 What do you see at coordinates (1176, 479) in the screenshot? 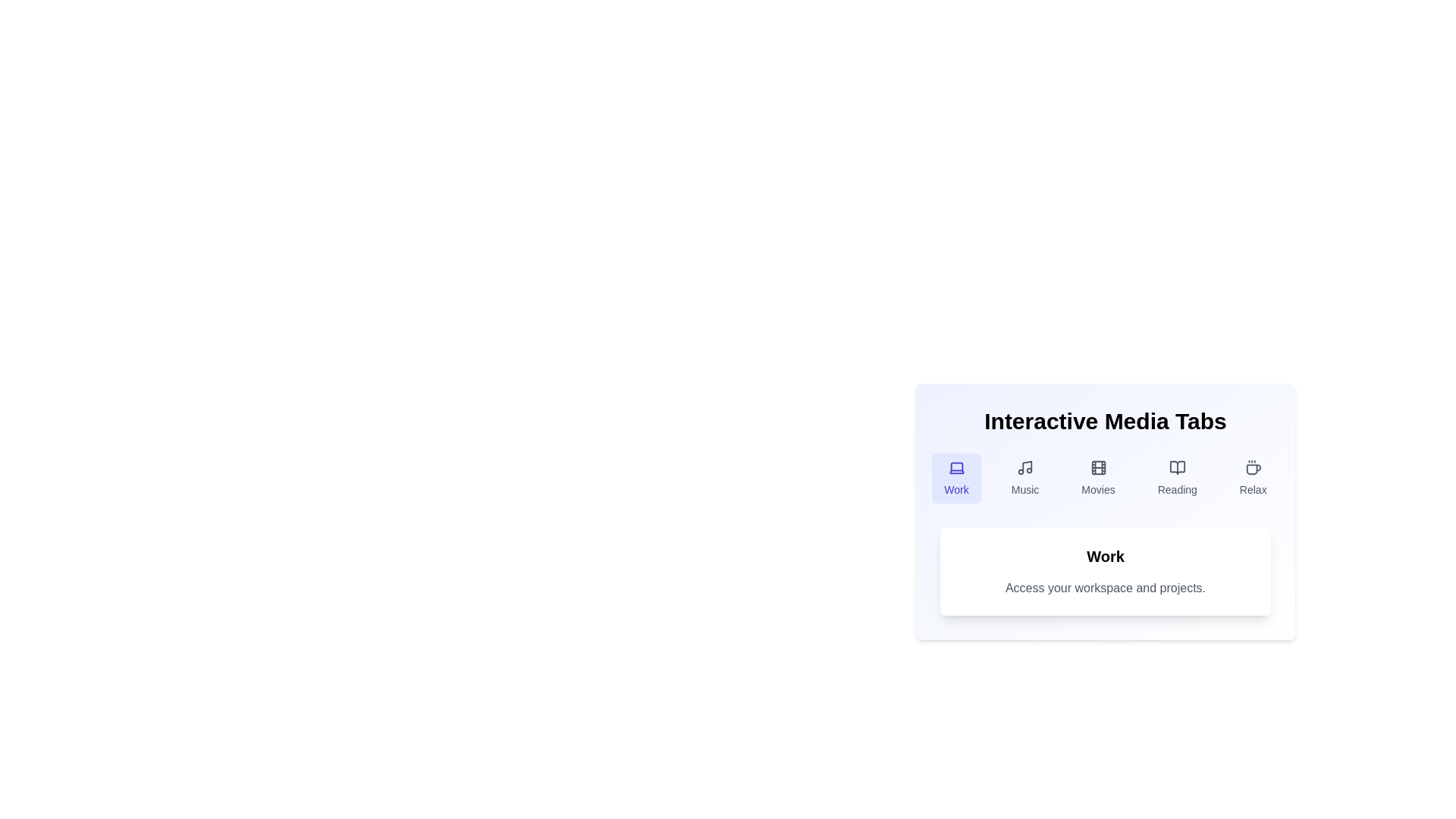
I see `the tab labeled Reading to observe the hover effect` at bounding box center [1176, 479].